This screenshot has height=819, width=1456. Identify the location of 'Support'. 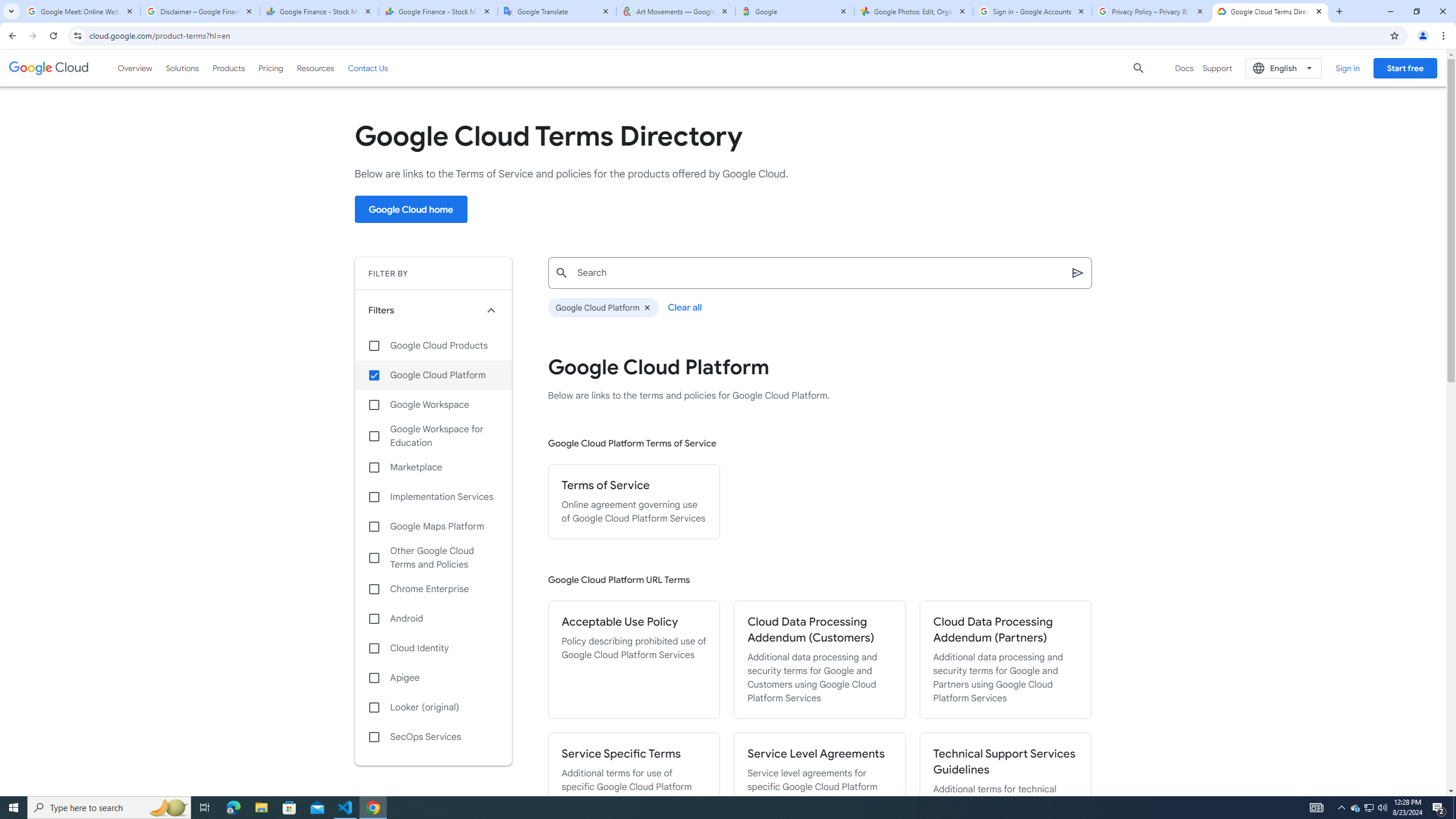
(1217, 67).